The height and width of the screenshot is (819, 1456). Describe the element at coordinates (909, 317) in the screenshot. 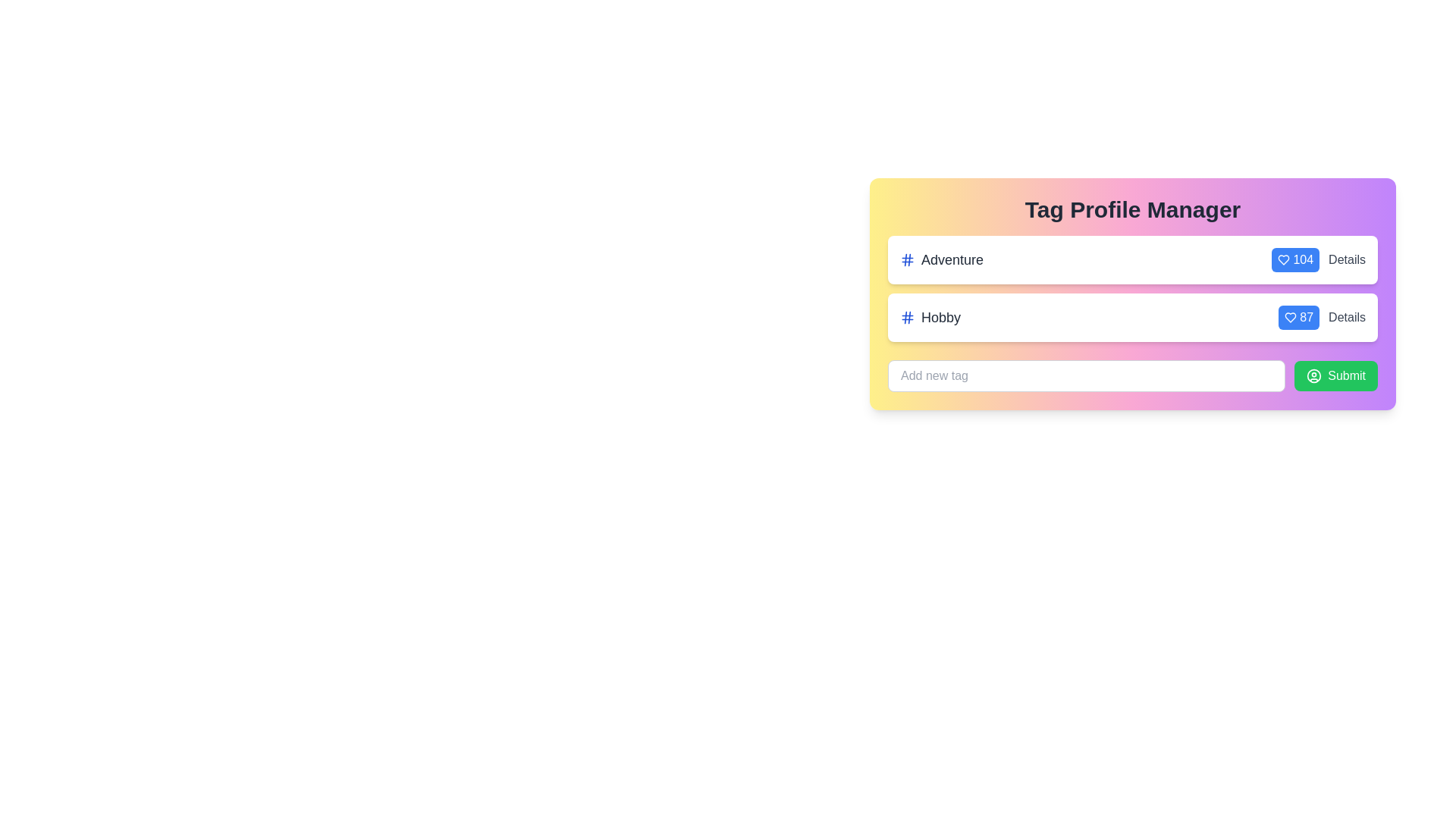

I see `right vertical line of the hashtag icon, which is styled in vibrant blue and located to the left of the 'Hobby' text in the second row of the tag list` at that location.